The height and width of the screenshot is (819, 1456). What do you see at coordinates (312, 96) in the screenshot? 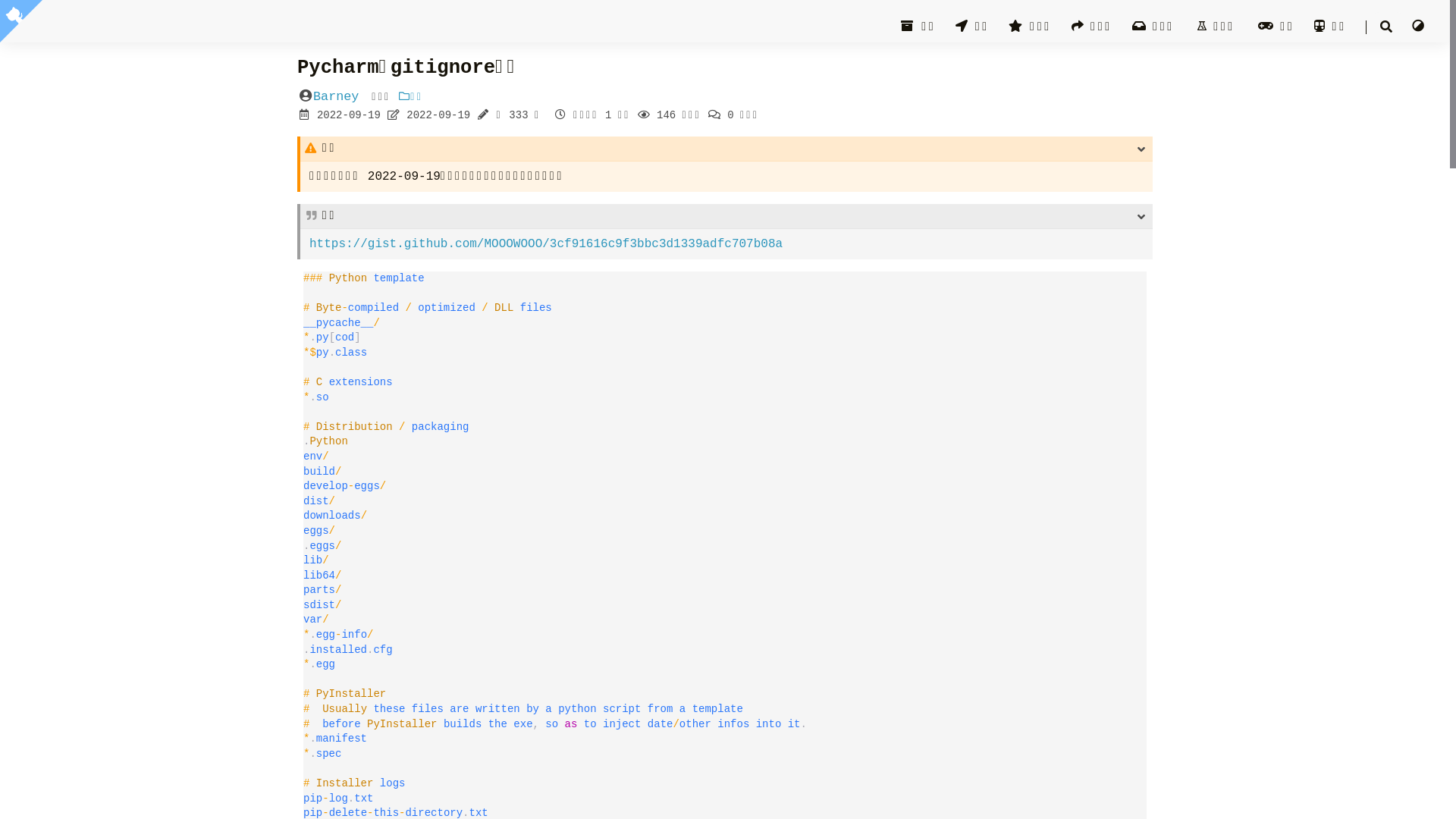
I see `'Barney'` at bounding box center [312, 96].